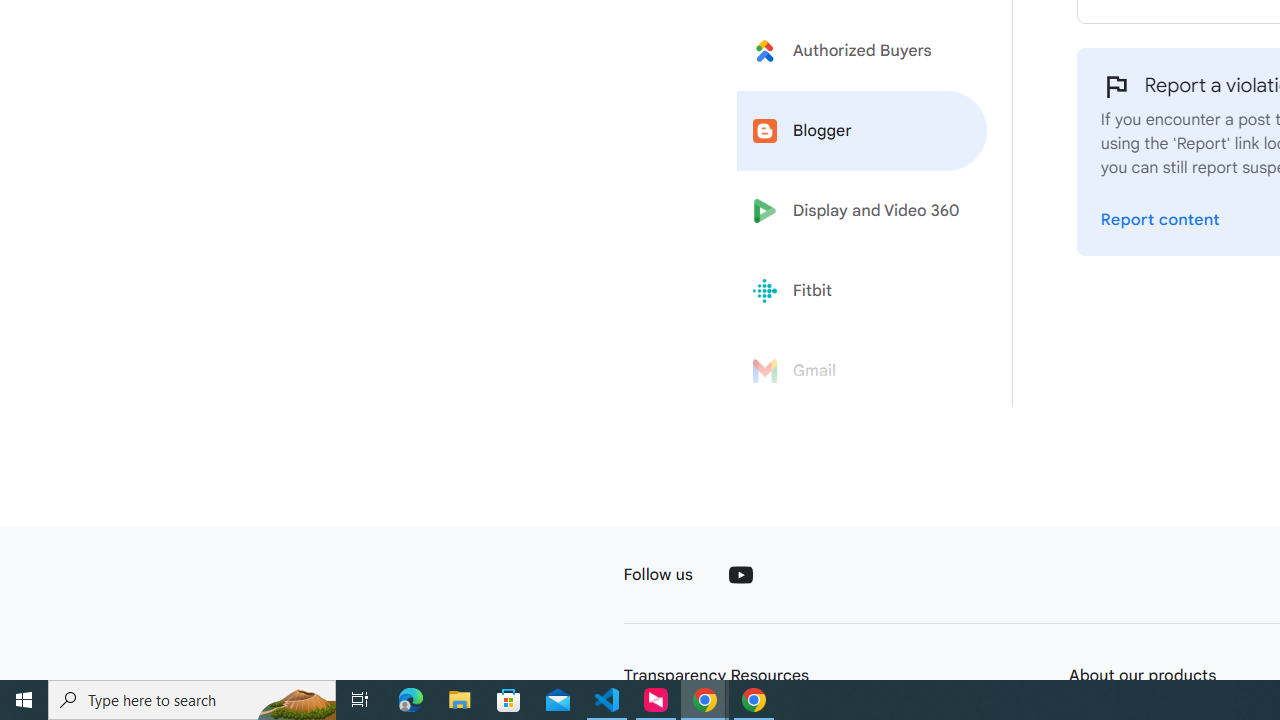 The image size is (1280, 720). Describe the element at coordinates (862, 371) in the screenshot. I see `'Gmail'` at that location.